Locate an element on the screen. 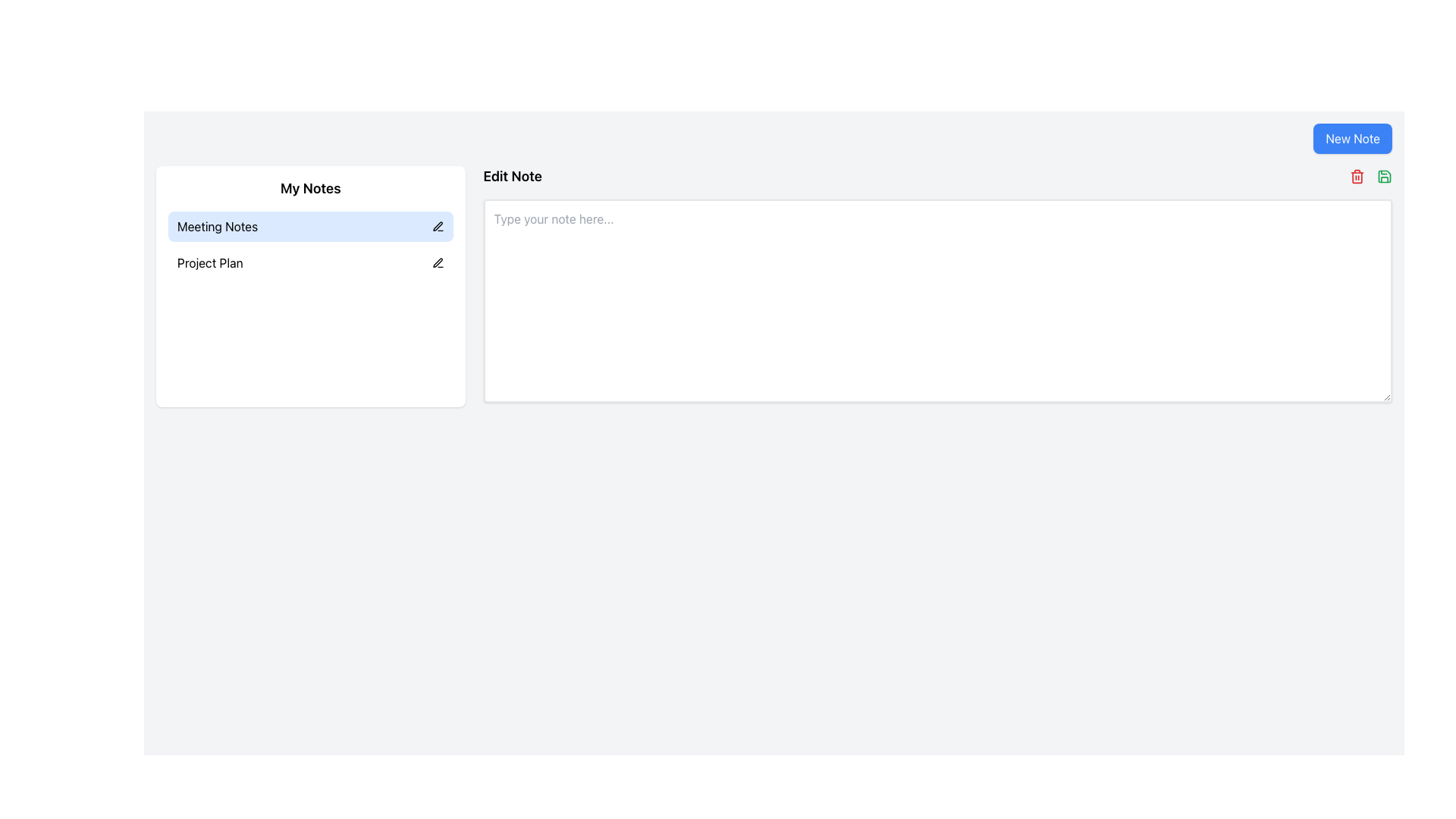  the green save icon located in the top-right corner of the application interface is located at coordinates (1384, 175).